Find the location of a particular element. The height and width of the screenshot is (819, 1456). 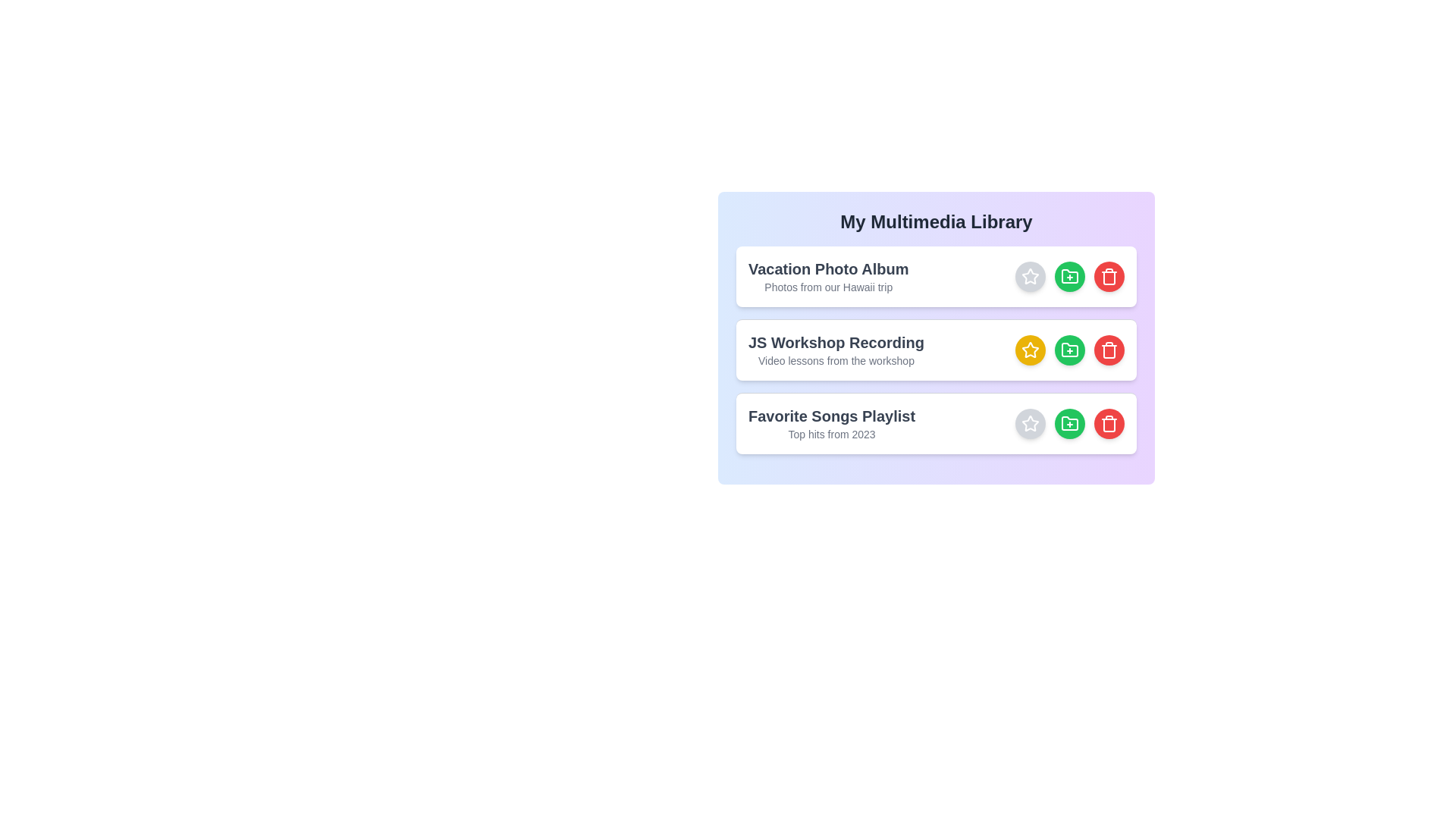

information displayed in the text block titled 'JS Workshop Recording', which is centrally placed within the second card of the 'My Multimedia Library' section is located at coordinates (836, 350).